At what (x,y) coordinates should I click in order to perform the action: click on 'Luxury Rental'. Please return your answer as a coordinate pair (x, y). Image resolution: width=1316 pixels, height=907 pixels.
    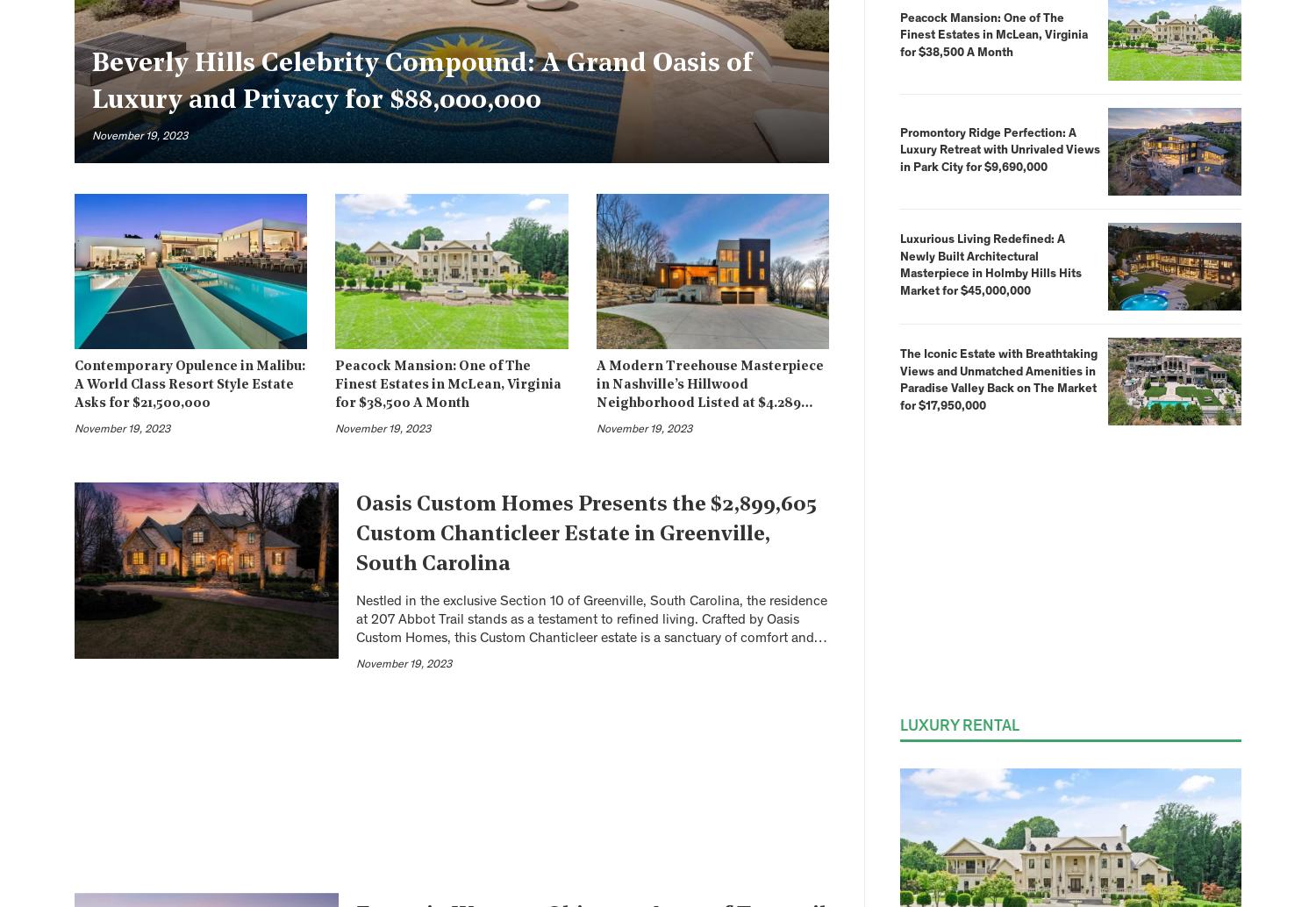
    Looking at the image, I should click on (958, 725).